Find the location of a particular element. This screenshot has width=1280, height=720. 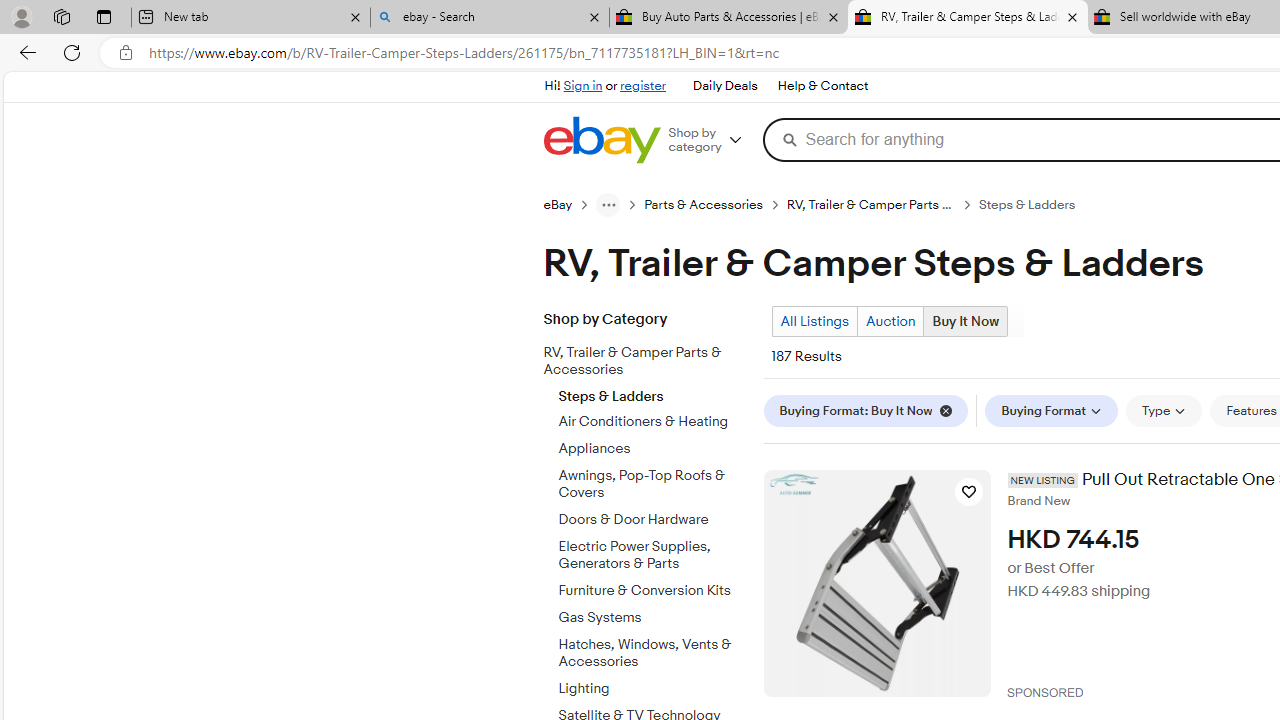

'All Listings' is located at coordinates (814, 320).